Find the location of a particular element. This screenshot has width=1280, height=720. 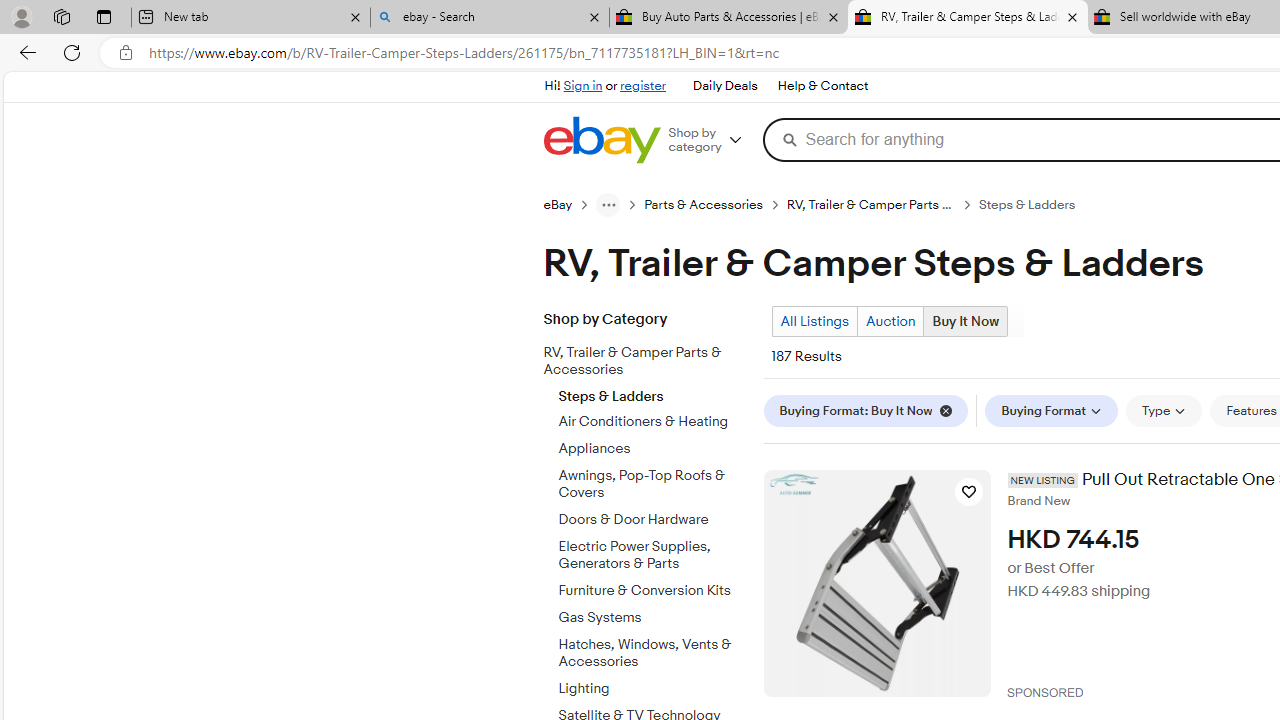

'All Listings' is located at coordinates (814, 320).